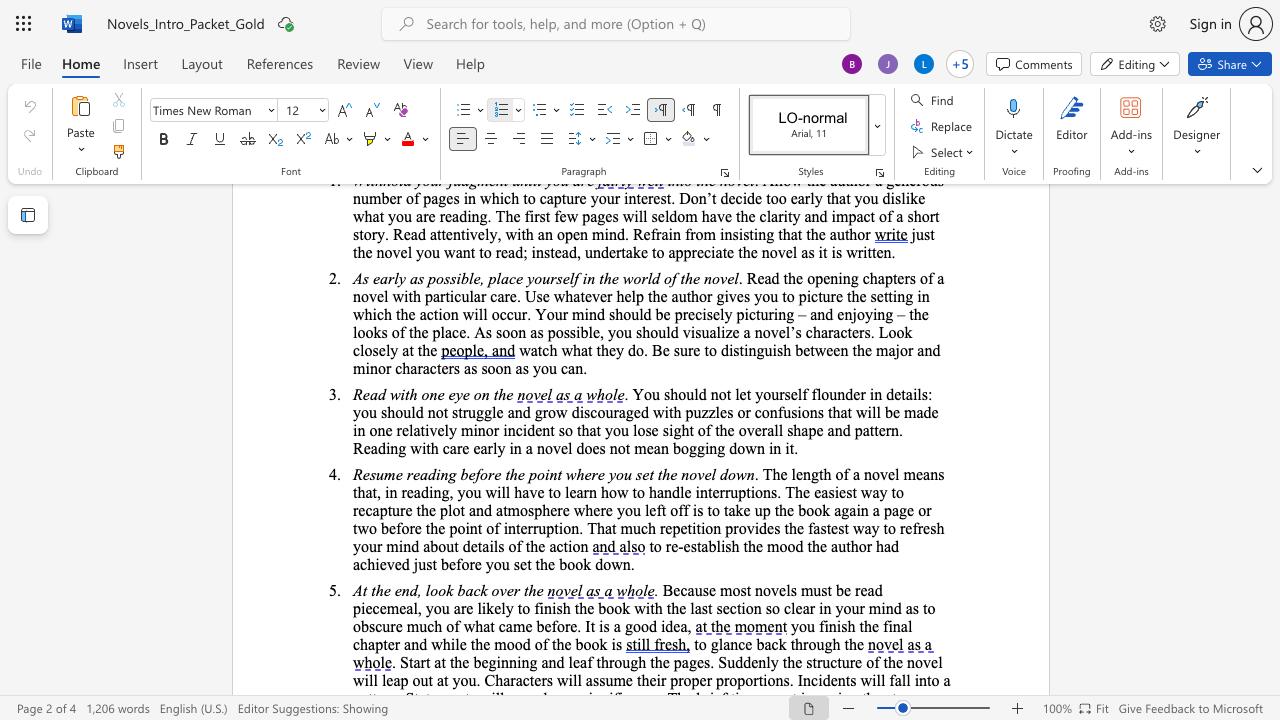 The height and width of the screenshot is (720, 1280). Describe the element at coordinates (447, 564) in the screenshot. I see `the space between the continuous character "b" and "e" in the text` at that location.